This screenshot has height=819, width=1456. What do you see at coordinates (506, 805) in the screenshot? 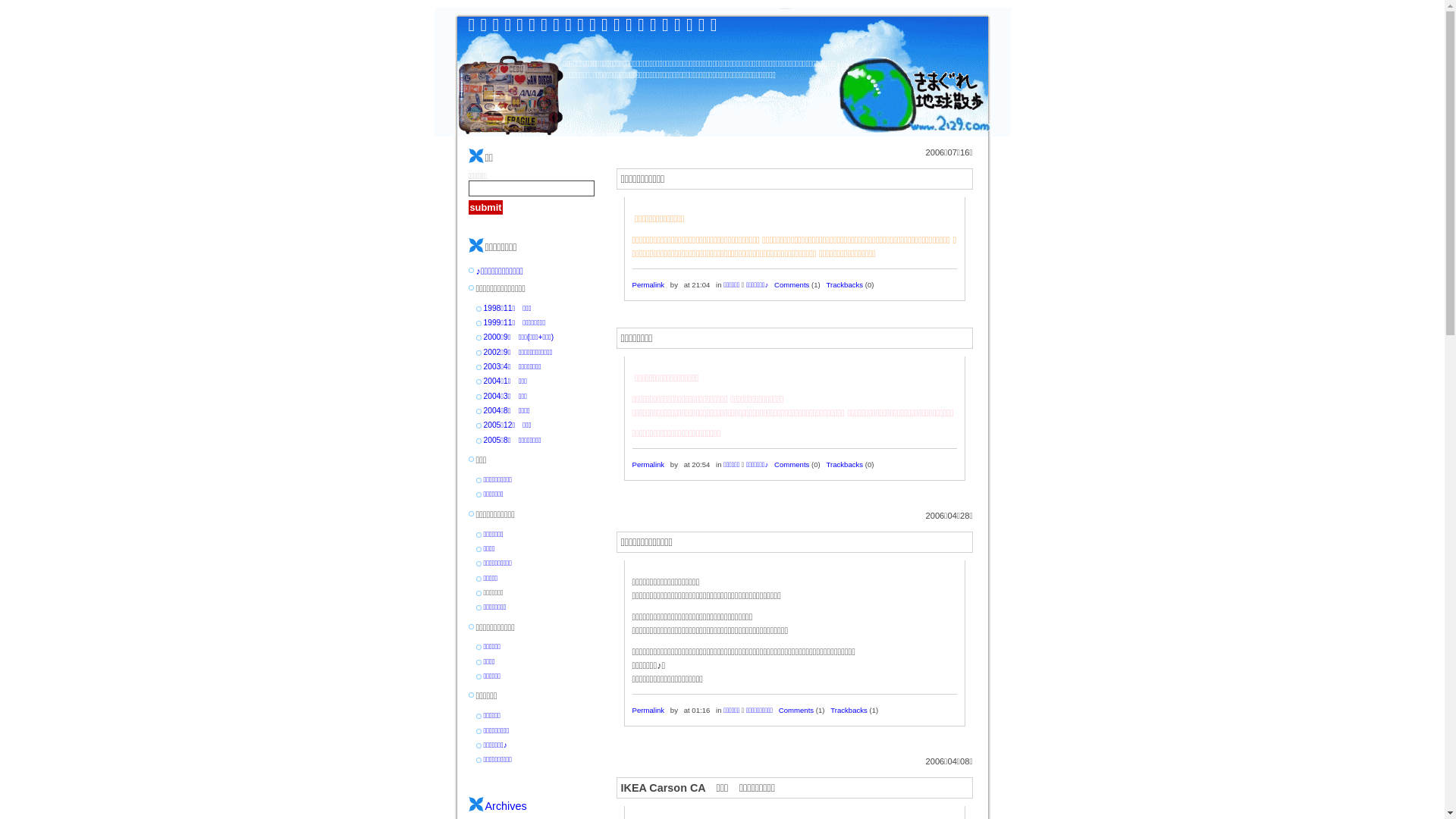
I see `'Archives'` at bounding box center [506, 805].